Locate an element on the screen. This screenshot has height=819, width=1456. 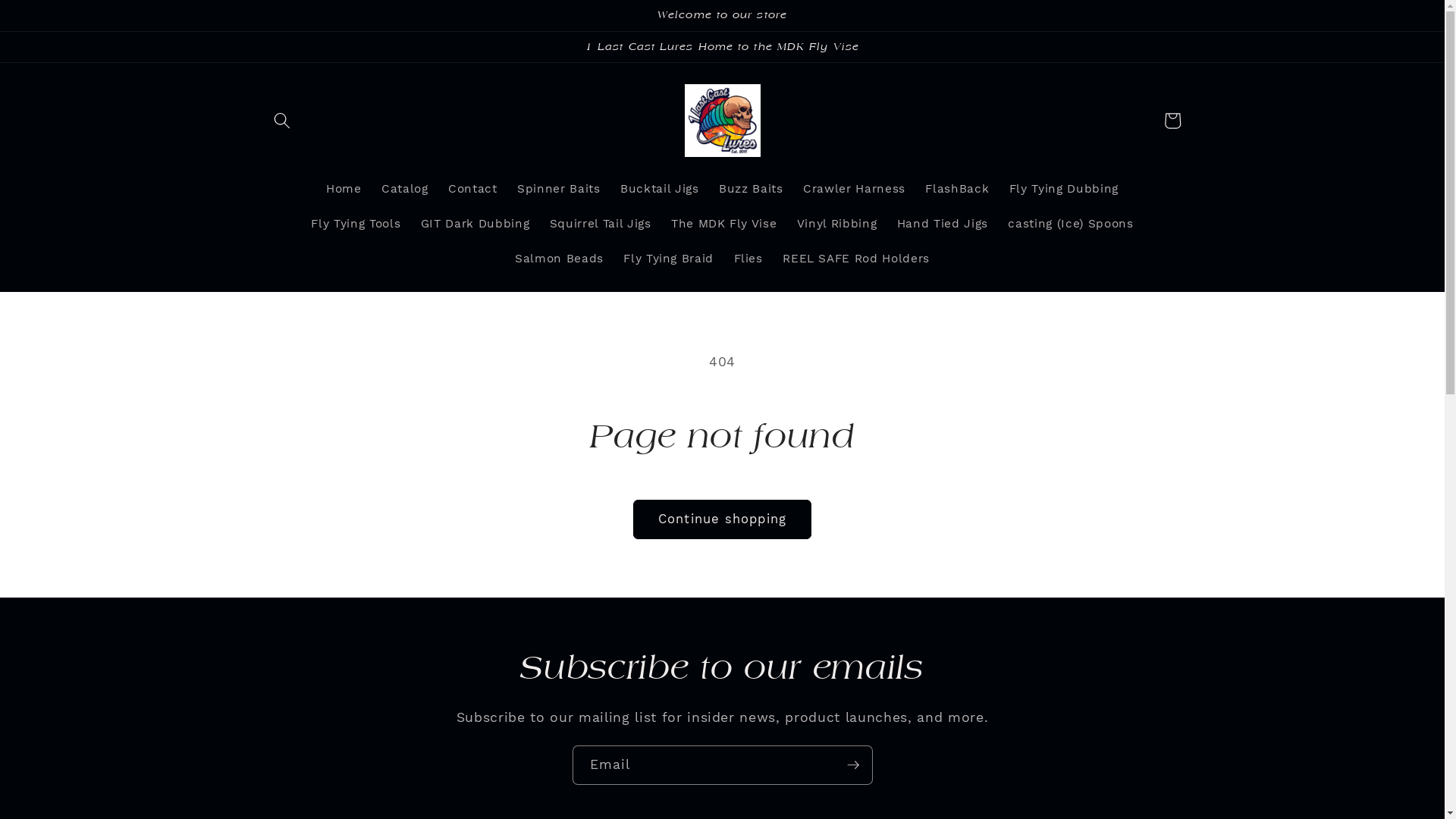
'The MDK Fly Vise' is located at coordinates (723, 224).